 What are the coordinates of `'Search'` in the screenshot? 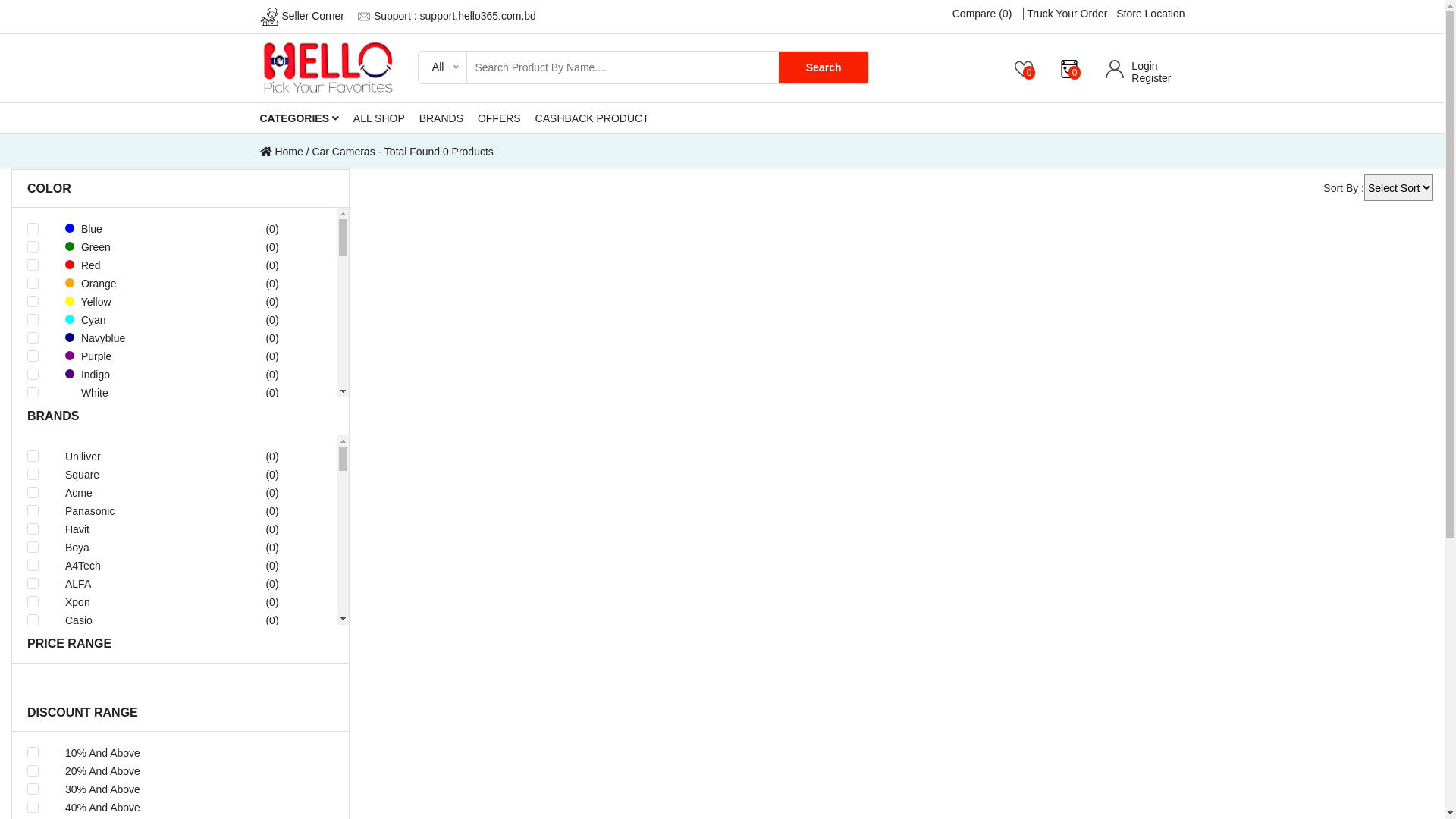 It's located at (779, 66).